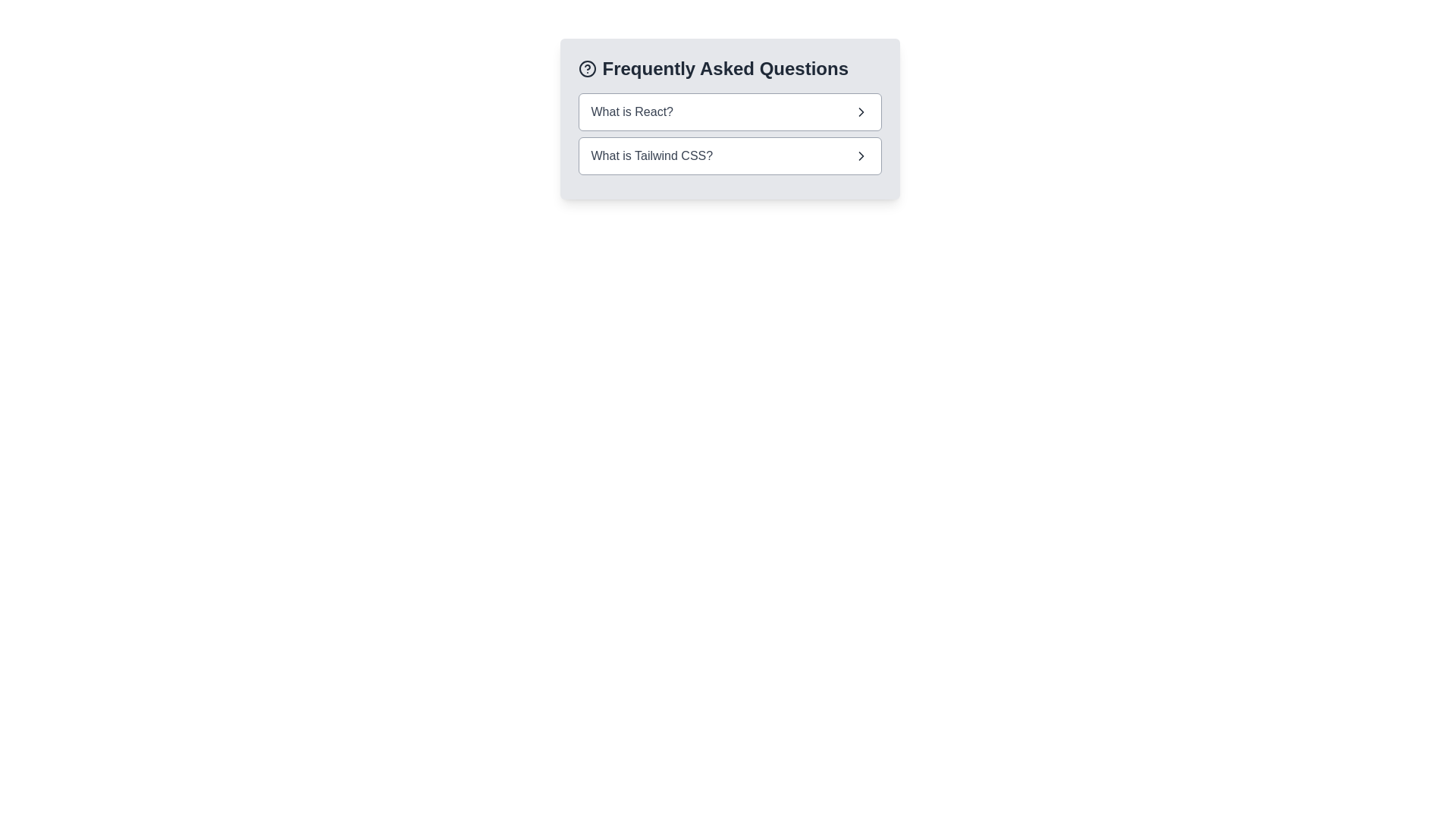 This screenshot has width=1456, height=819. What do you see at coordinates (861, 155) in the screenshot?
I see `the chevron icon positioned to the far-right of the 'What is Tailwind CSS?' text in the 'Frequently Asked Questions' section` at bounding box center [861, 155].